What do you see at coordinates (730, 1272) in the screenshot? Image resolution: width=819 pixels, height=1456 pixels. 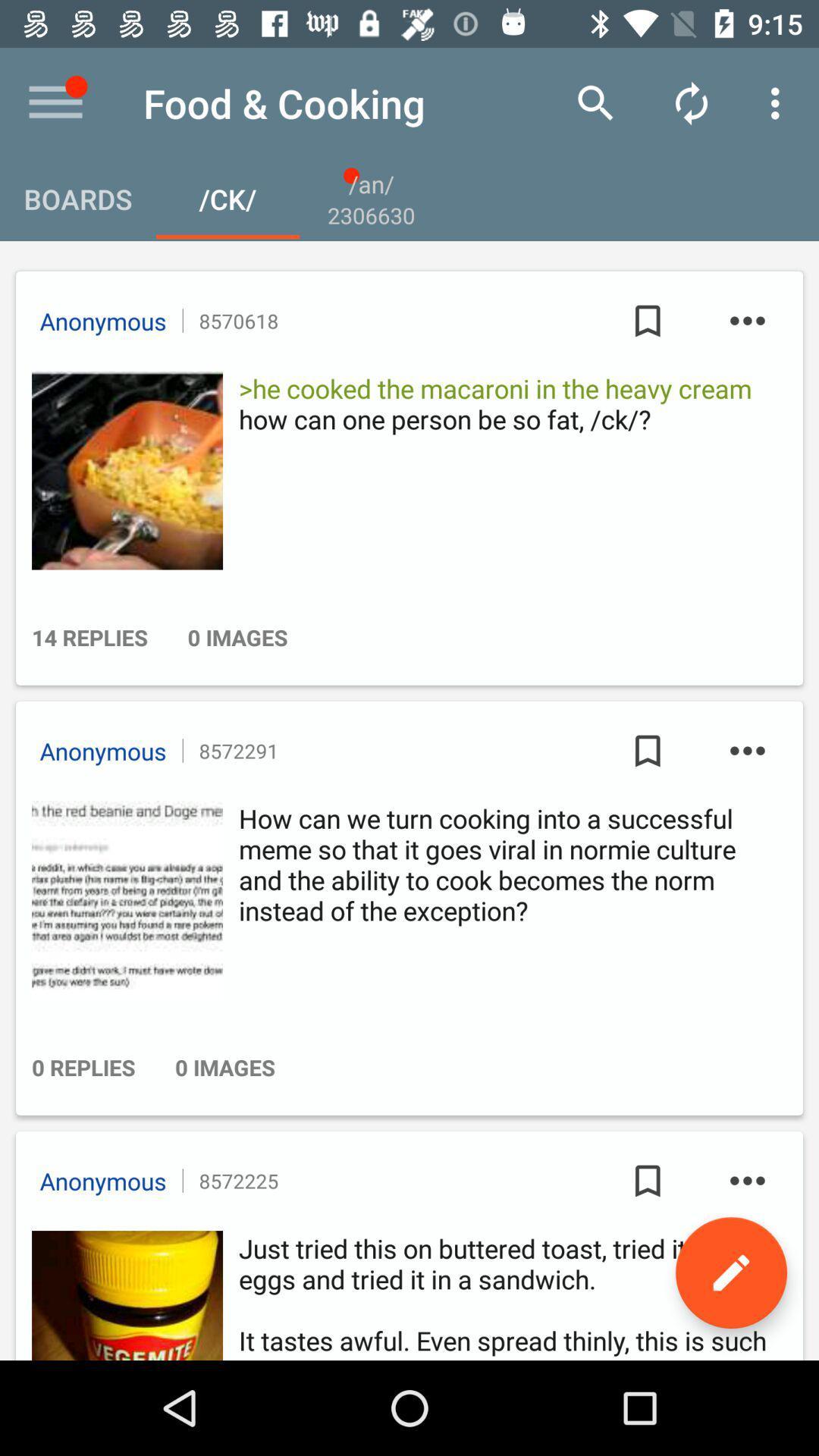 I see `edit it` at bounding box center [730, 1272].